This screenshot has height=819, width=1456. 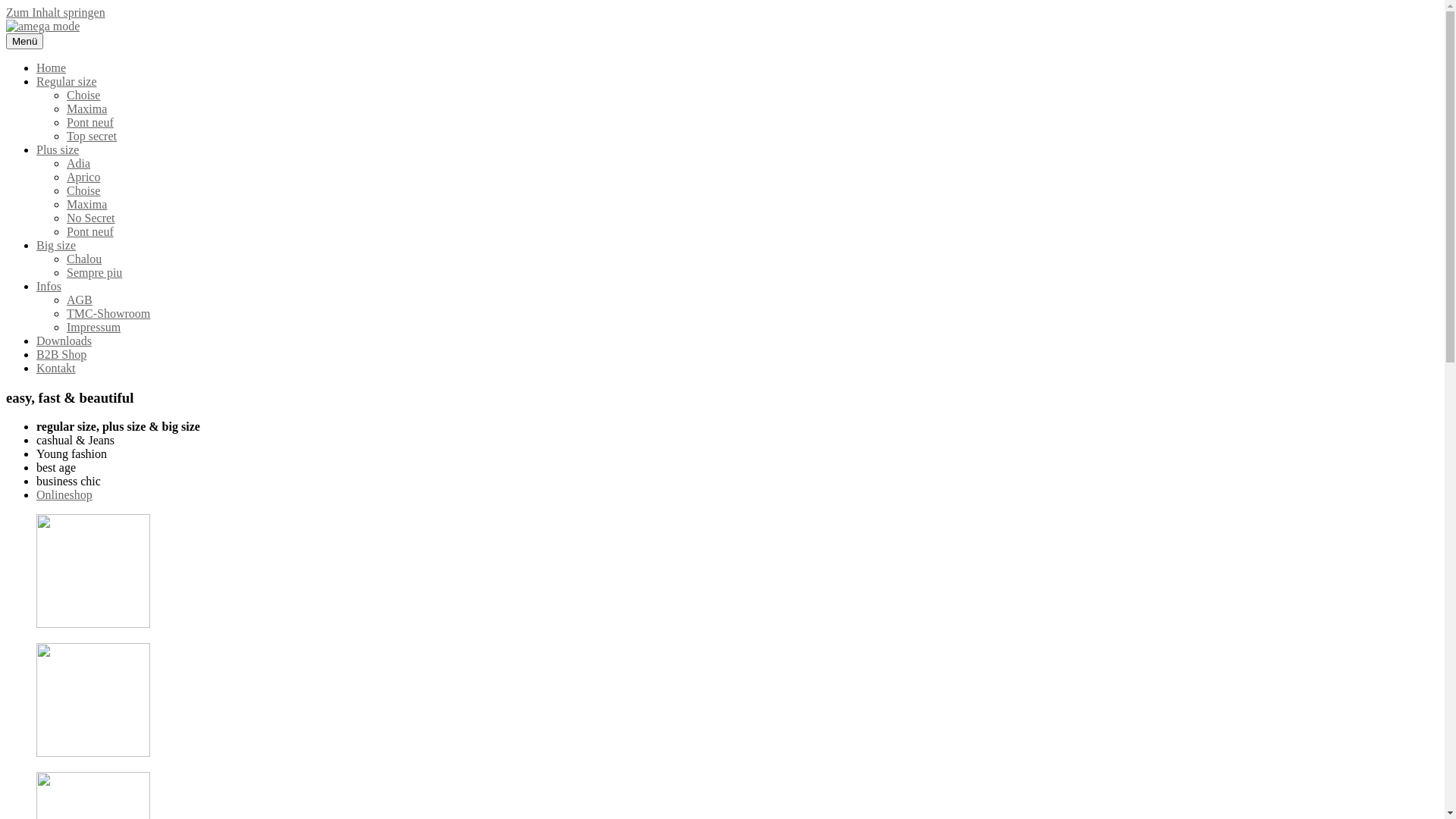 What do you see at coordinates (79, 300) in the screenshot?
I see `'AGB'` at bounding box center [79, 300].